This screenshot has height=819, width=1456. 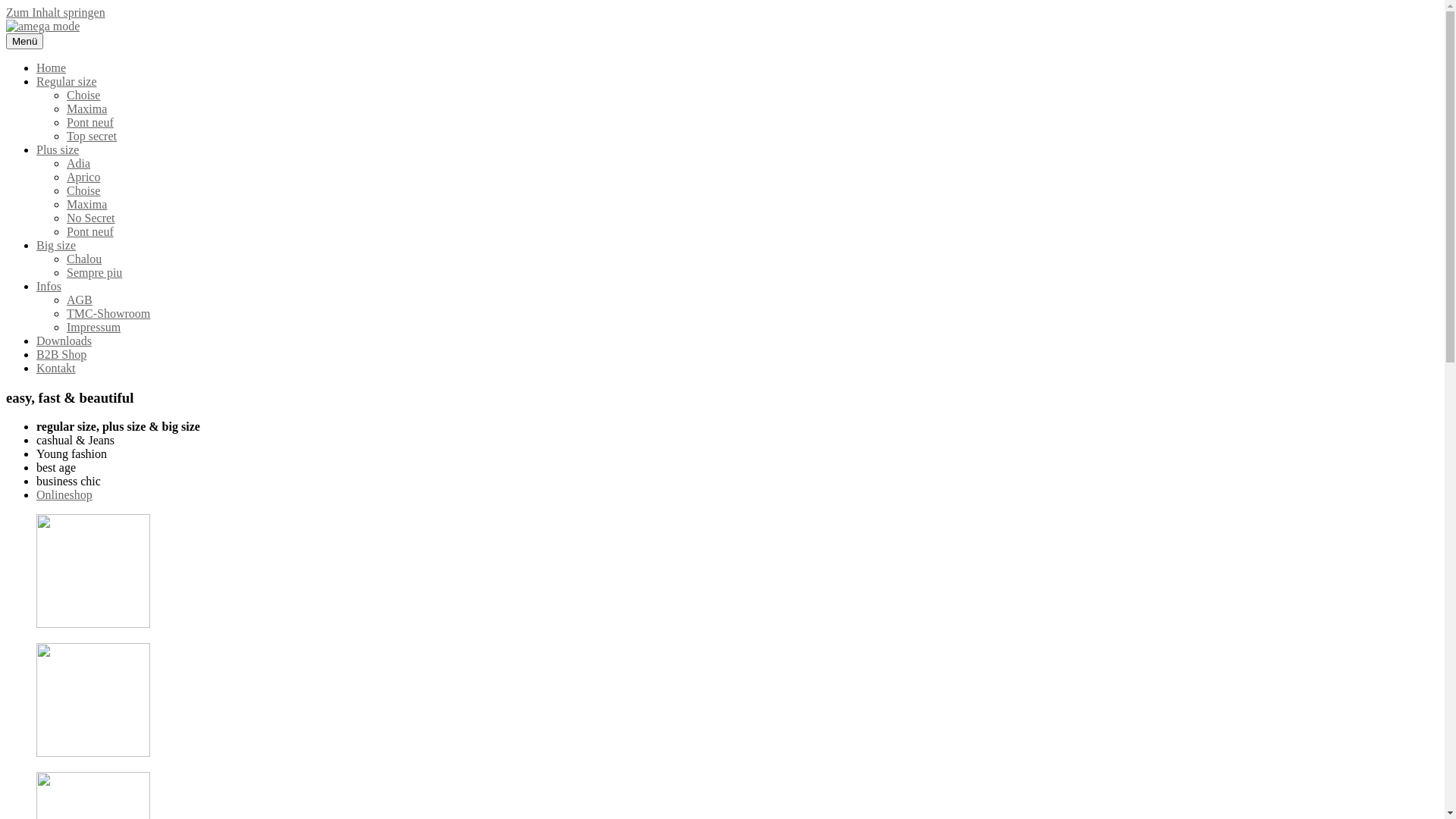 What do you see at coordinates (79, 300) in the screenshot?
I see `'AGB'` at bounding box center [79, 300].